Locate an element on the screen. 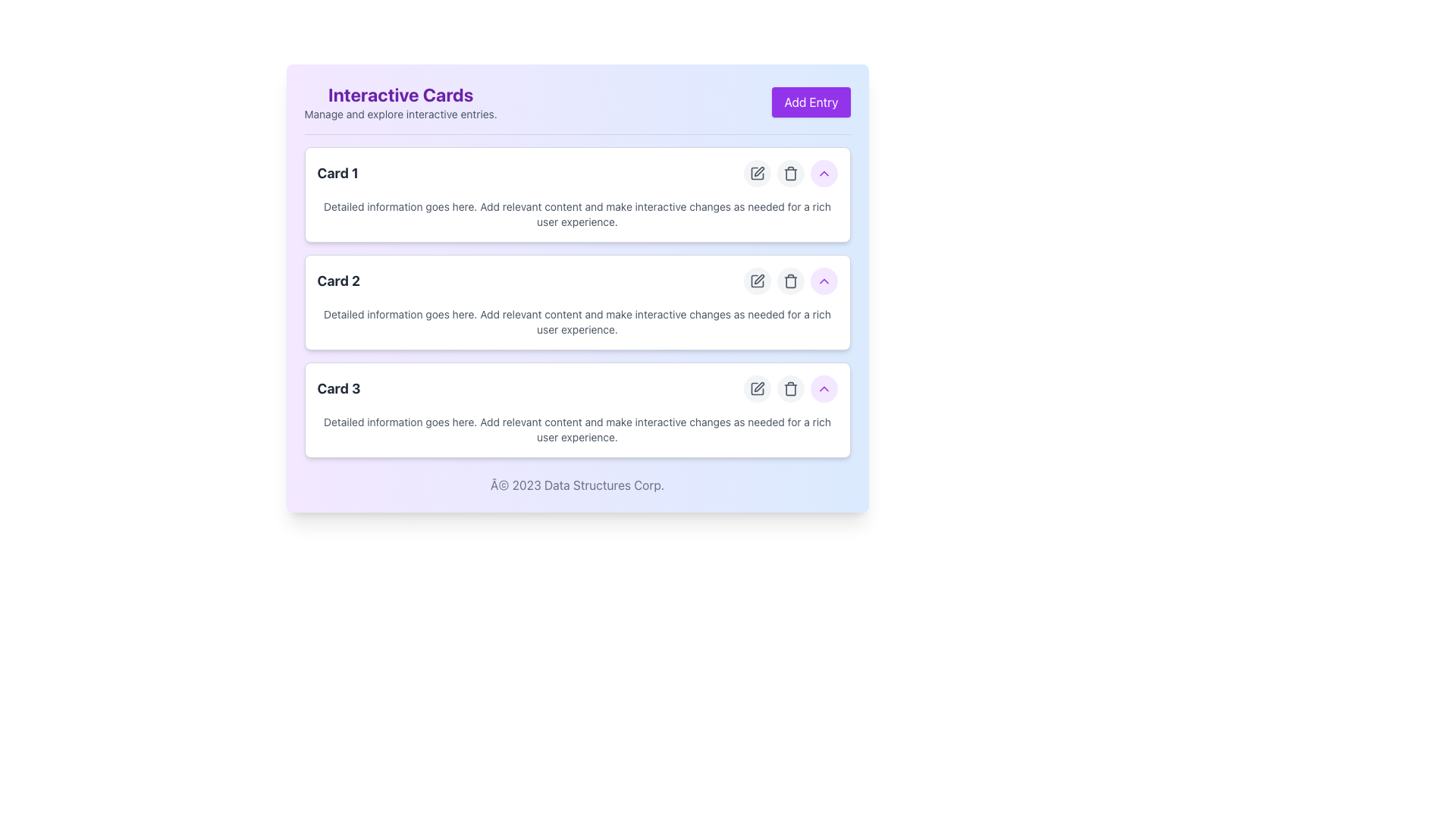 Image resolution: width=1456 pixels, height=819 pixels. the delete button with an SVG icon located in the second card of a vertical list of cards, positioned at the right edge within the card as the second button from the left in the button group is located at coordinates (789, 281).